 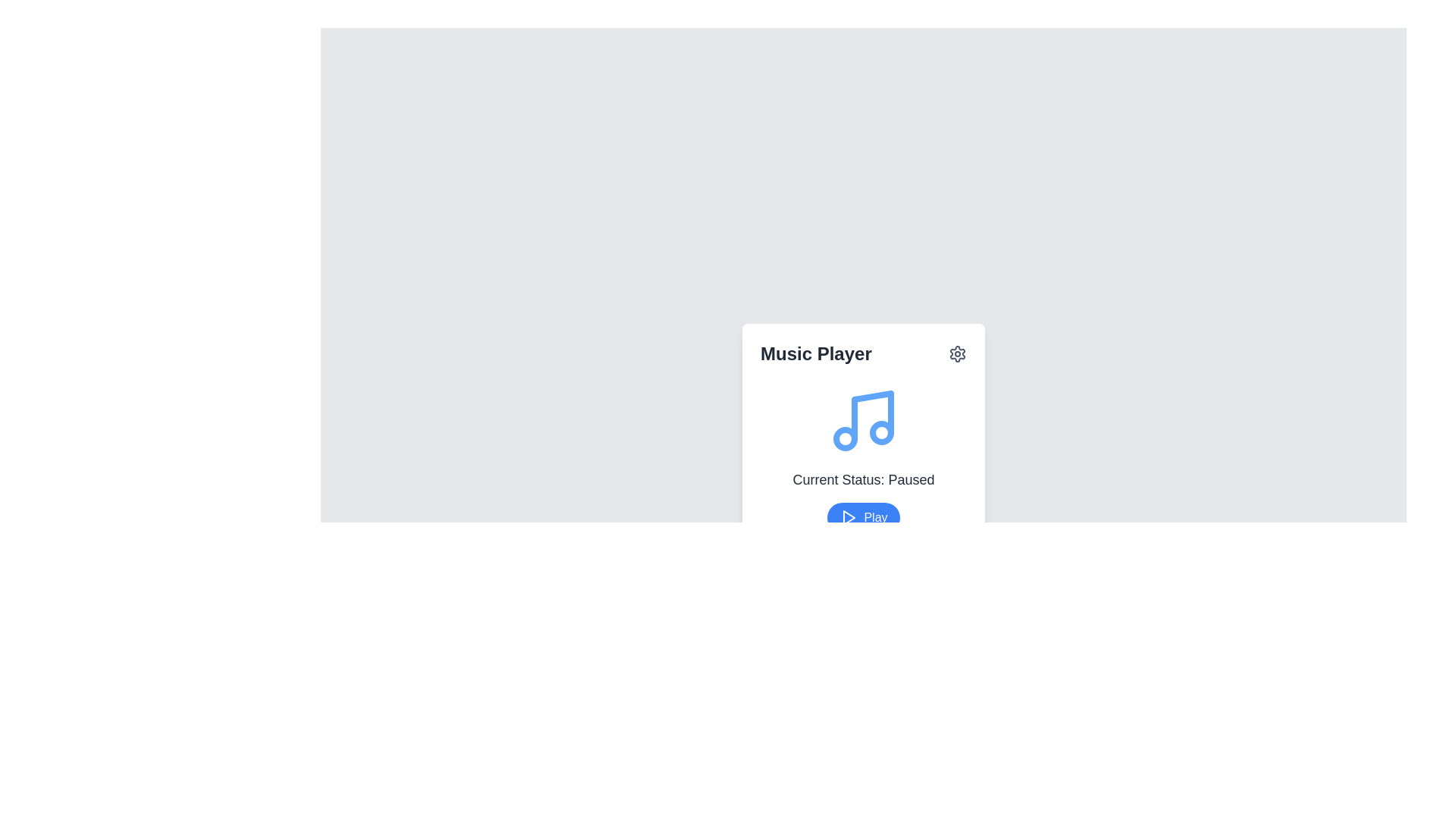 I want to click on the top-center music player icon that indicates the function of the music player, positioned above the 'Current Status: Paused' text and the 'Play' button, so click(x=863, y=421).